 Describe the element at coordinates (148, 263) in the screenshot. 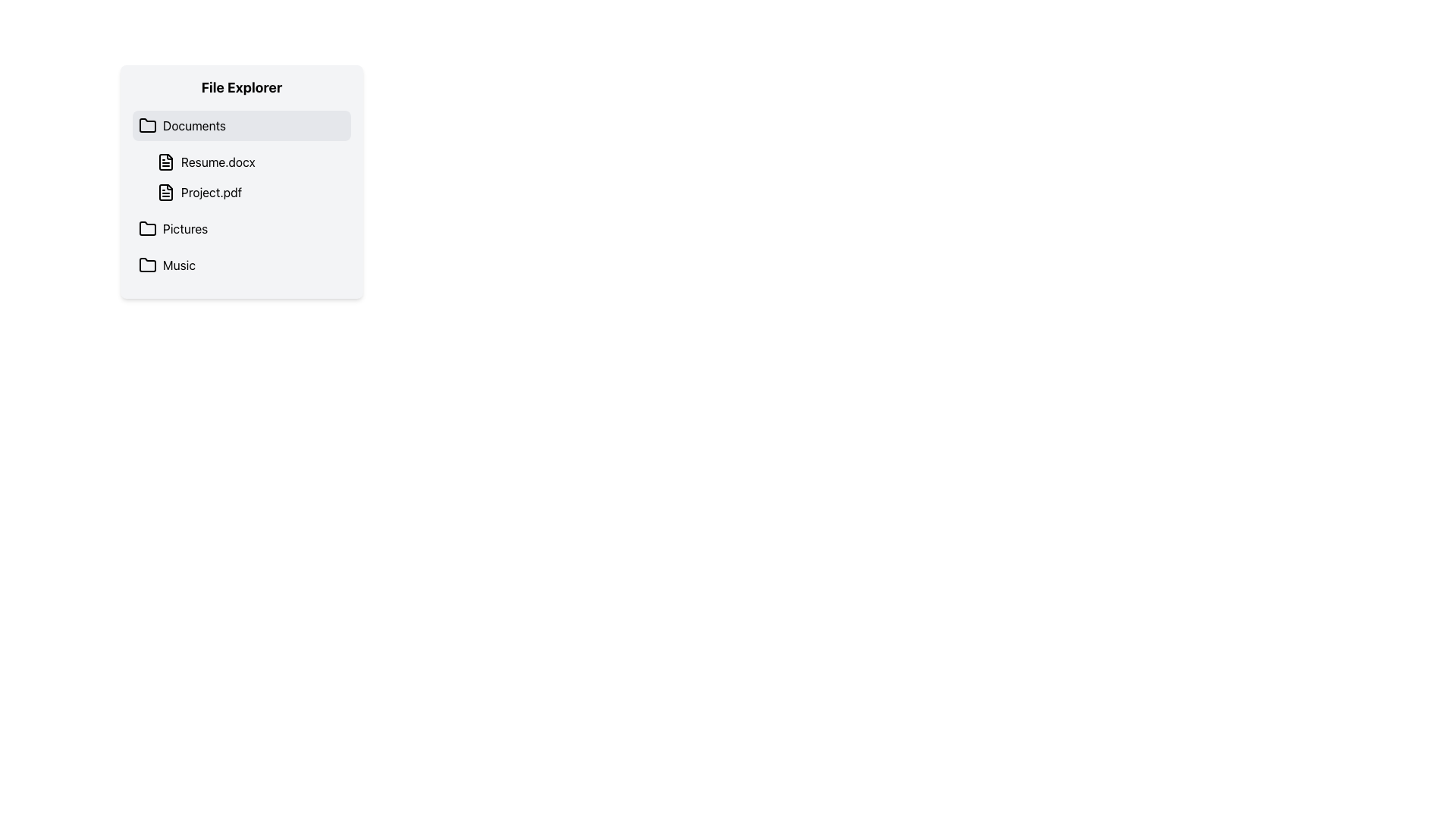

I see `the folder icon representing 'Music' in the file explorer, located in the bottom left corner of the list, directly to the left of the text label 'Music'` at that location.